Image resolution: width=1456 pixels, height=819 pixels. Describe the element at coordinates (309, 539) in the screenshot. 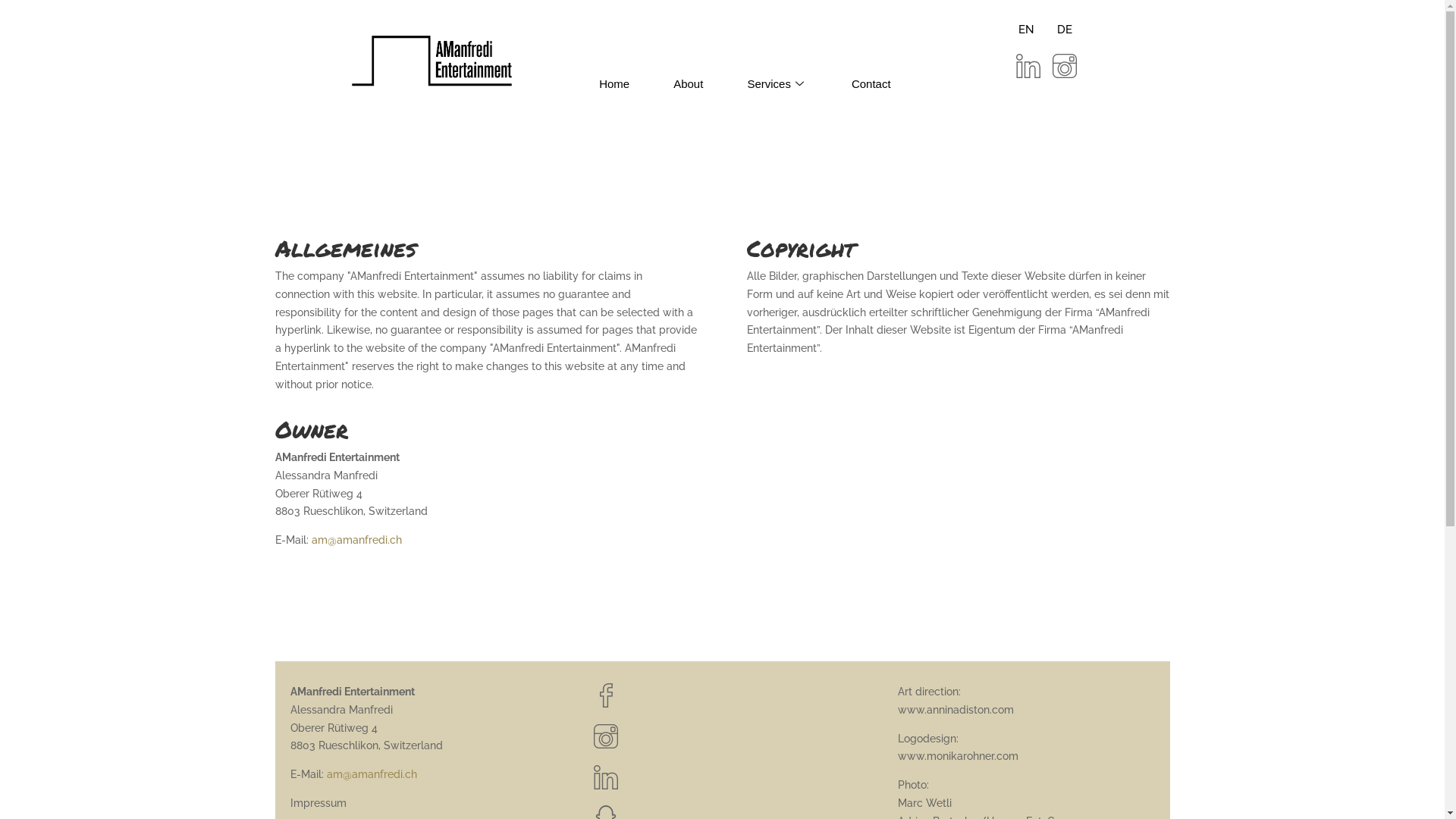

I see `'am@amanfredi.ch'` at that location.